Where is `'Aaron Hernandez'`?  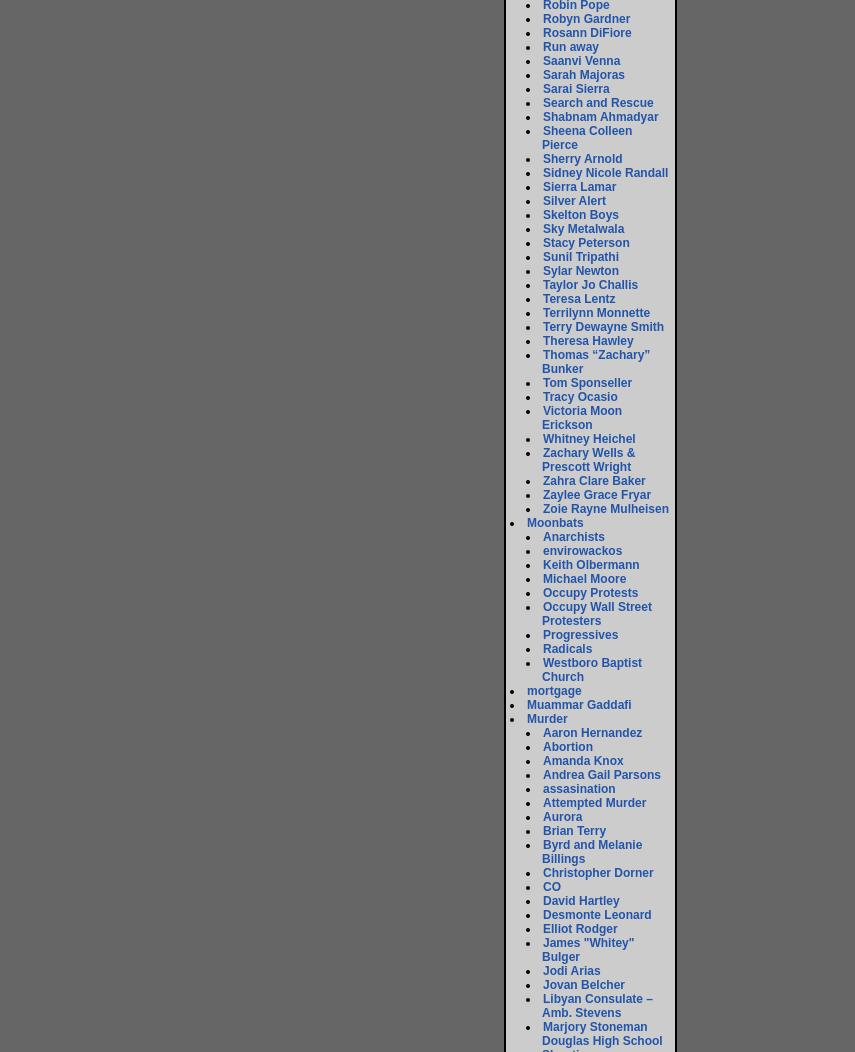 'Aaron Hernandez' is located at coordinates (543, 733).